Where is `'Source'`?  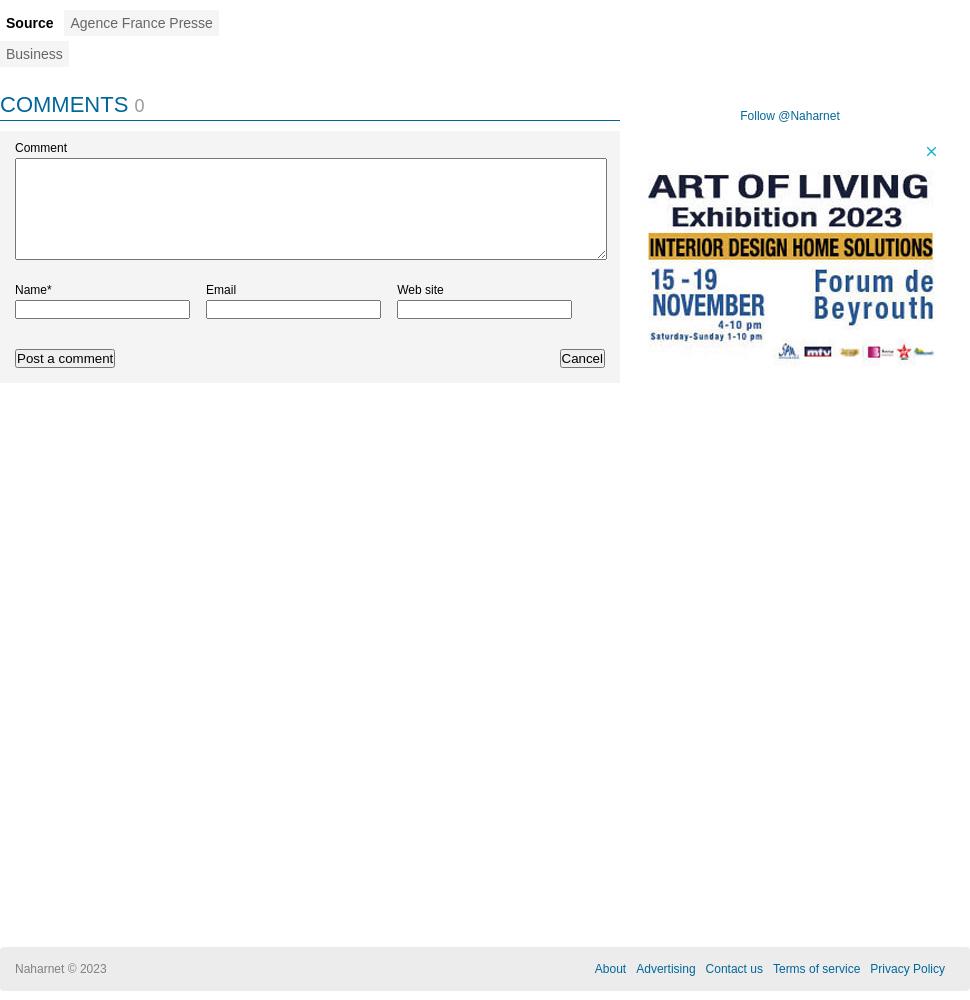 'Source' is located at coordinates (29, 23).